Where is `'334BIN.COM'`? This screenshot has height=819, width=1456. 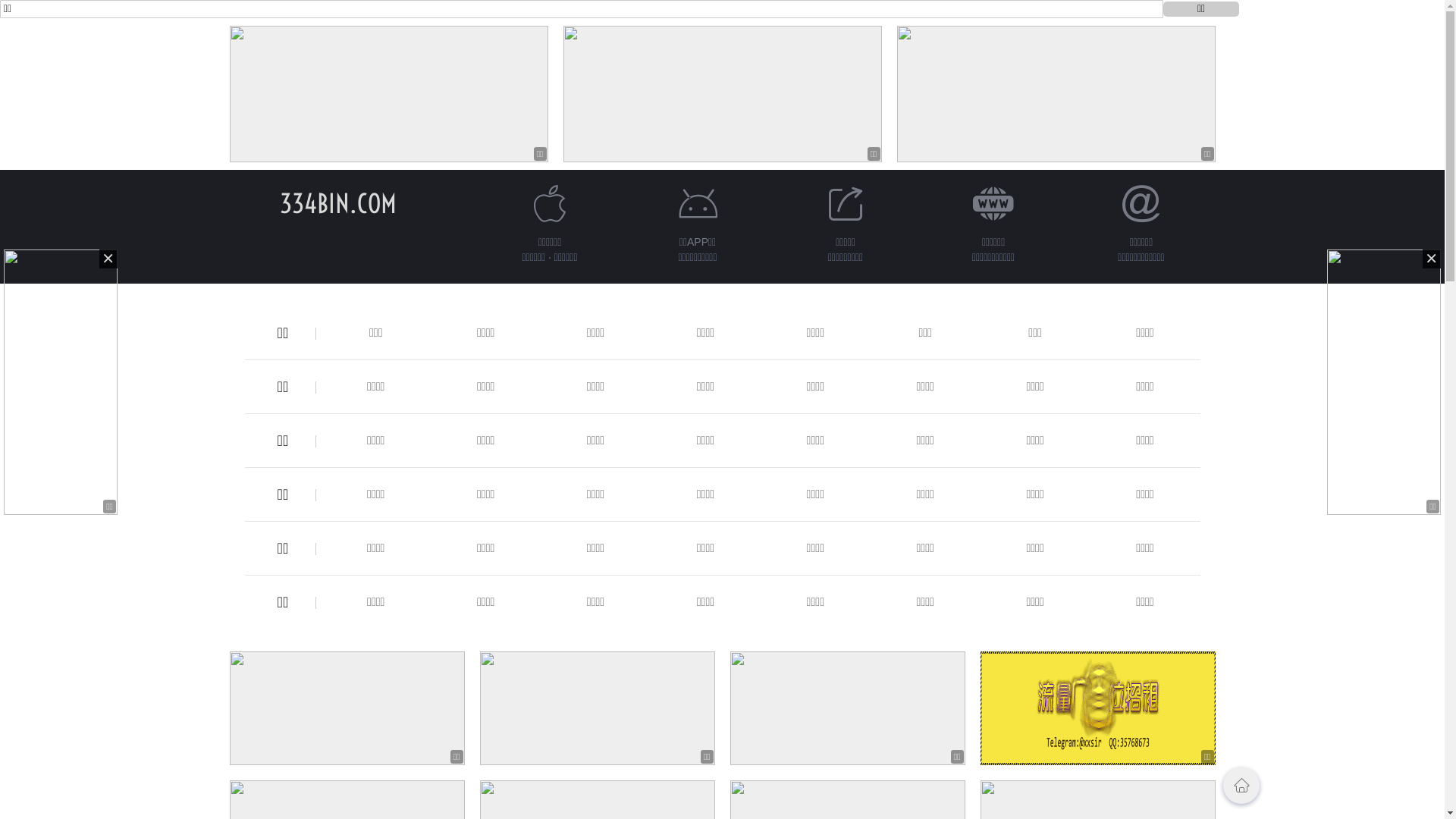 '334BIN.COM' is located at coordinates (337, 202).